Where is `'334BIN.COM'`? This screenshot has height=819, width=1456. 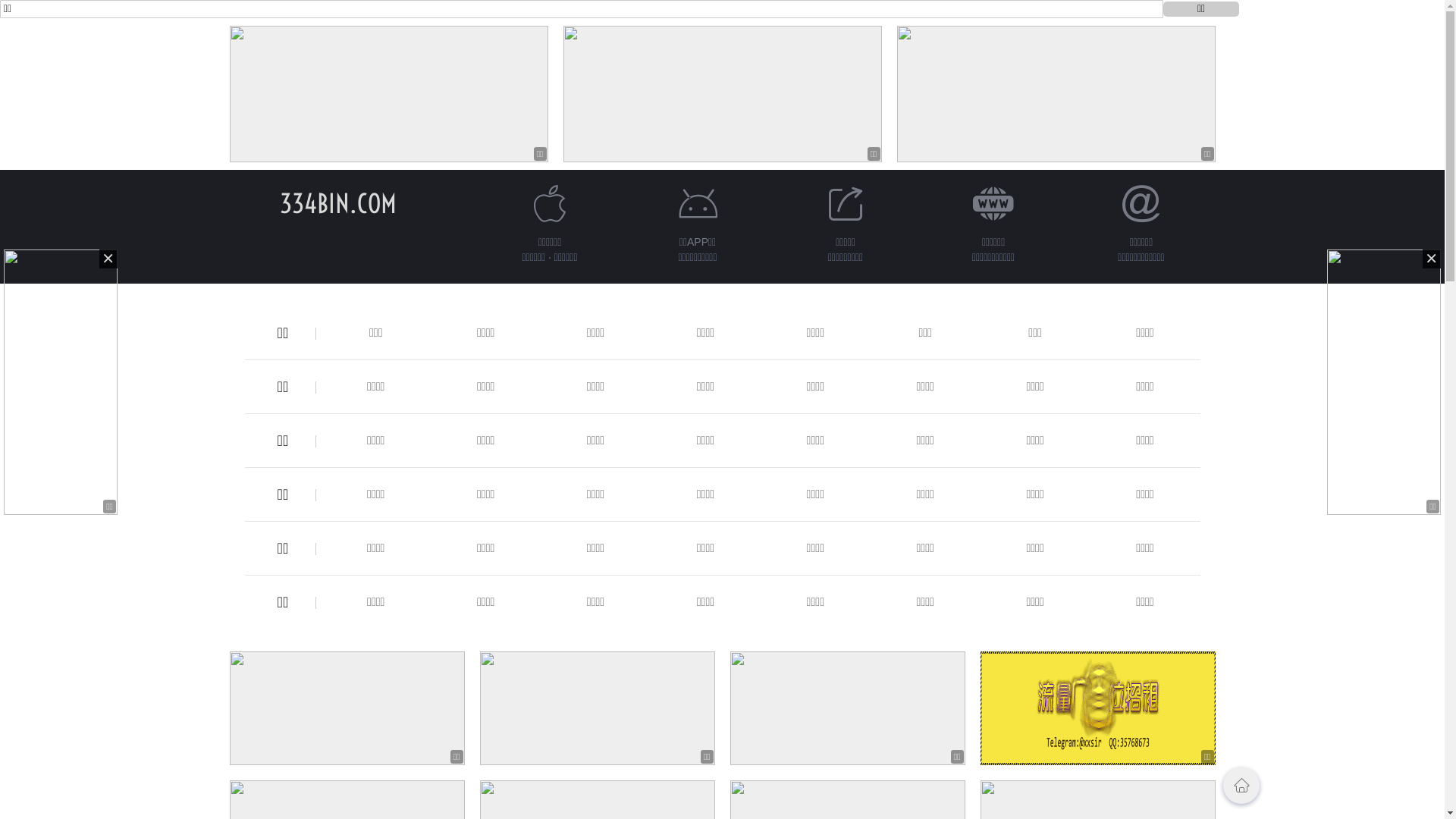 '334BIN.COM' is located at coordinates (337, 202).